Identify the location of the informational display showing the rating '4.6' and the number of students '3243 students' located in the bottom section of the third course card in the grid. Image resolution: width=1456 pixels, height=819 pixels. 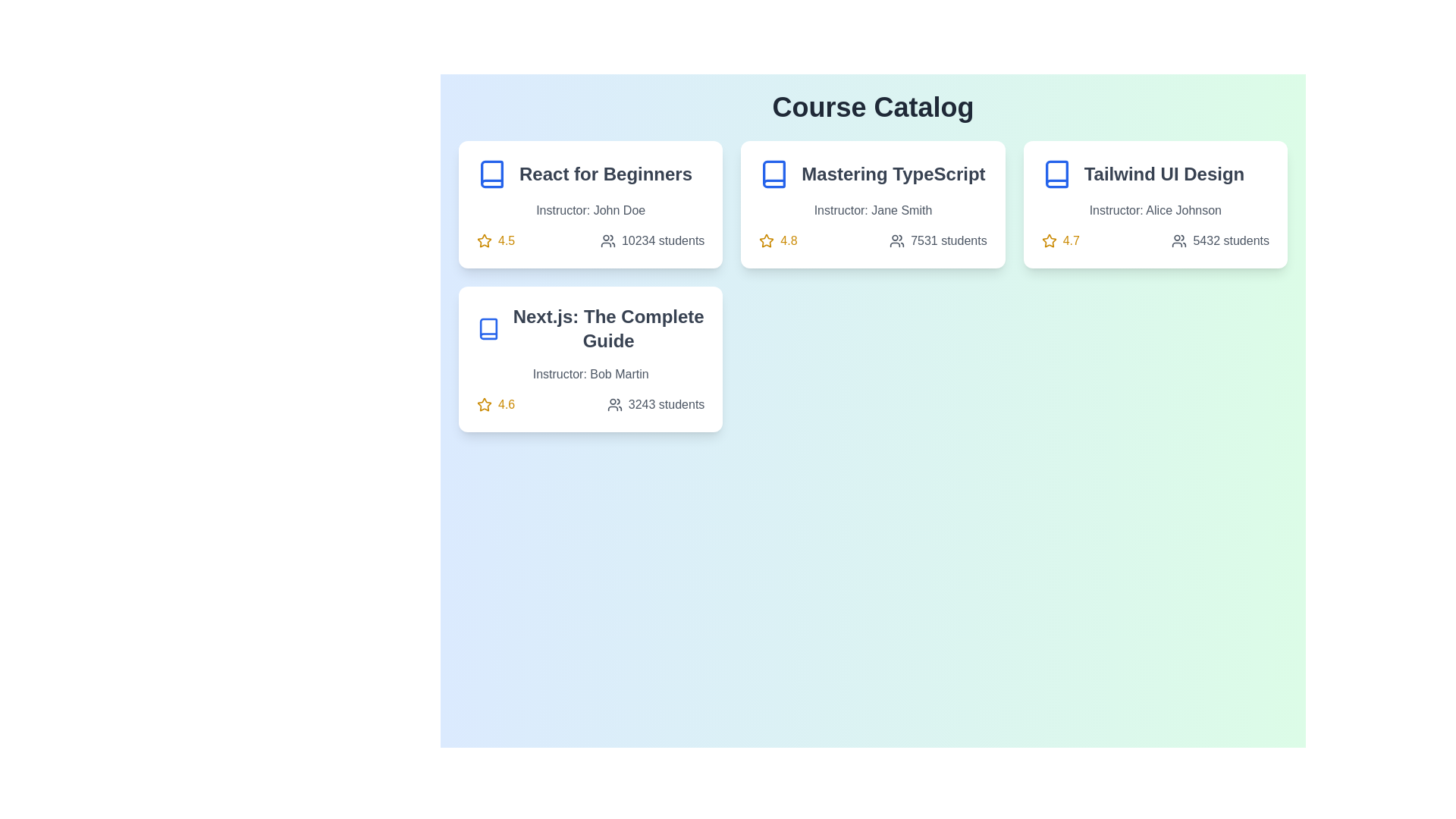
(590, 403).